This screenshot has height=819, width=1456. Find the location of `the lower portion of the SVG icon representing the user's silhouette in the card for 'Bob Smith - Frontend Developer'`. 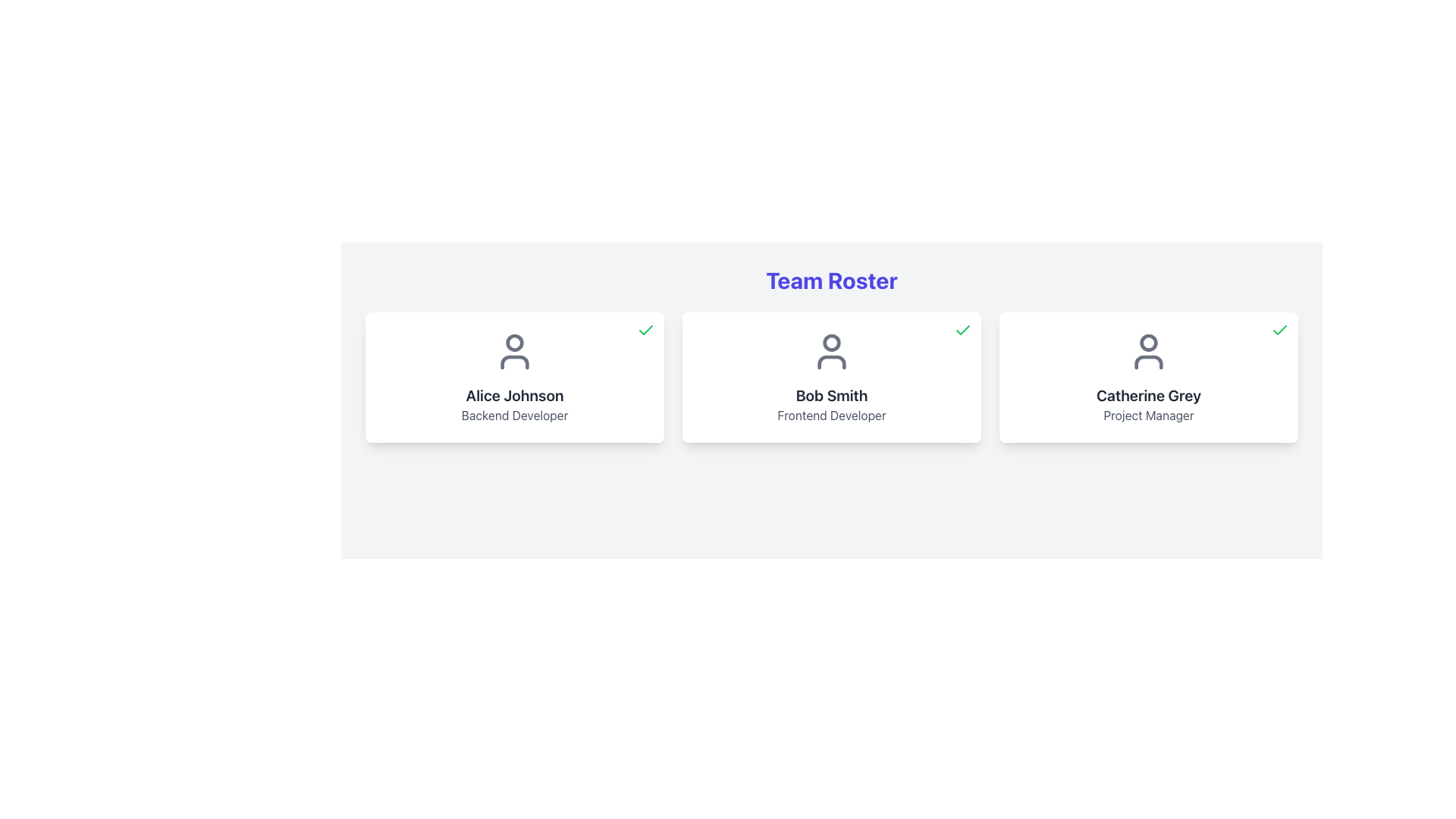

the lower portion of the SVG icon representing the user's silhouette in the card for 'Bob Smith - Frontend Developer' is located at coordinates (831, 362).